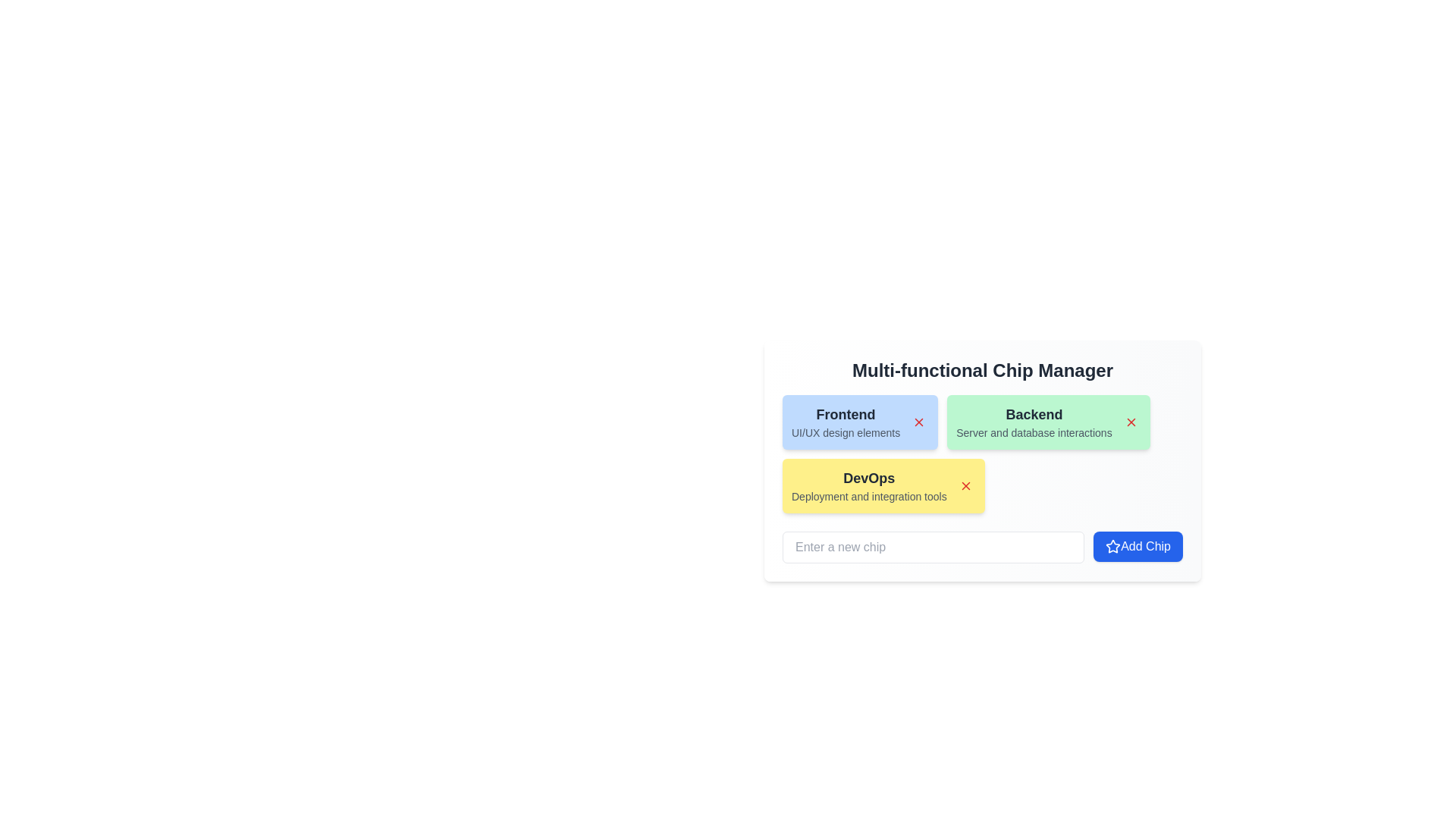 This screenshot has height=819, width=1456. Describe the element at coordinates (1033, 415) in the screenshot. I see `the text label with the word 'Backend' displayed in bold on a light green background, located near the top-center of the section` at that location.